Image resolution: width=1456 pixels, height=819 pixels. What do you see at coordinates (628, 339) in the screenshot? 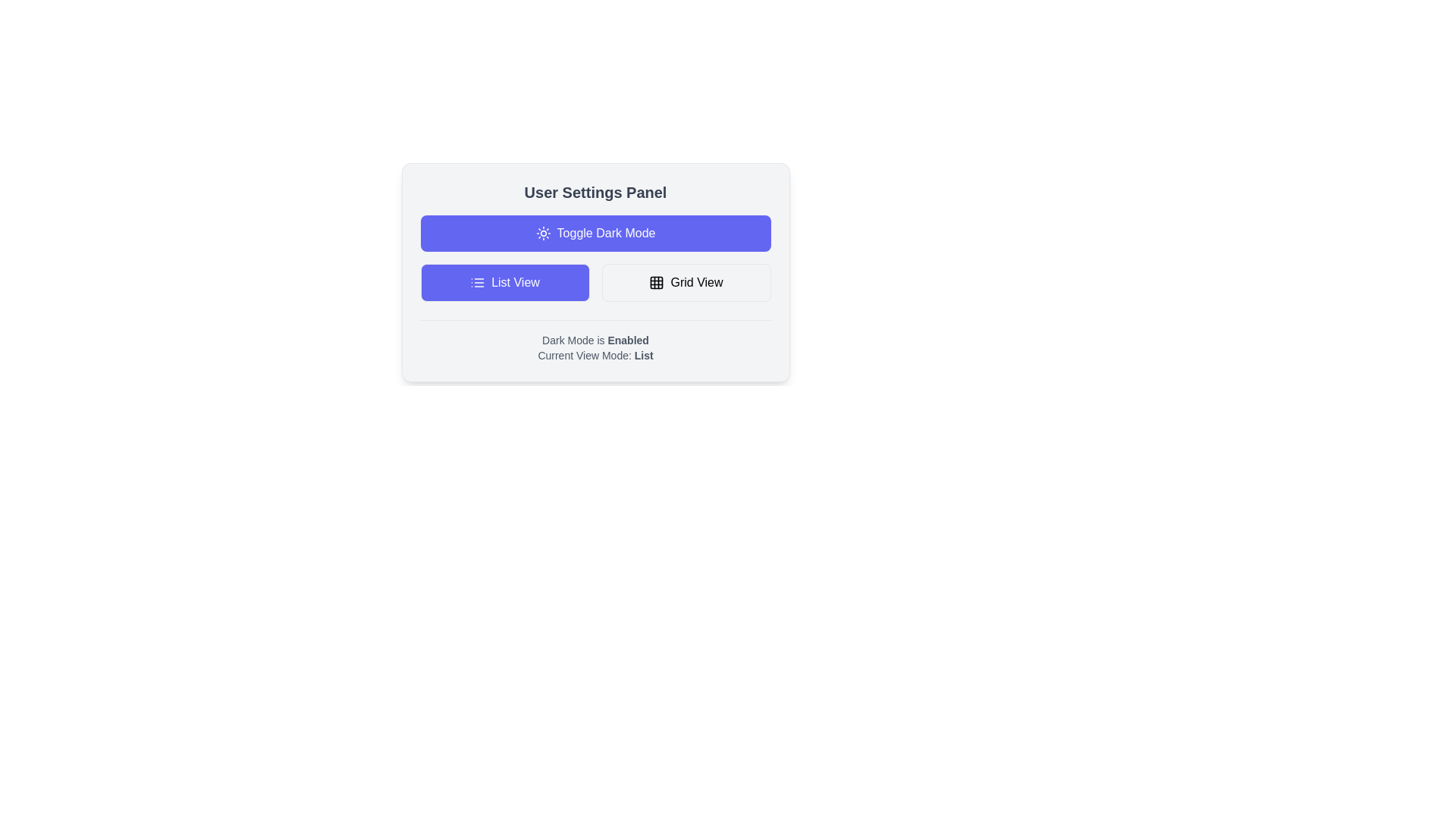
I see `the static text indicating that dark mode is currently enabled, located at the bottom-left of the card-like interface` at bounding box center [628, 339].